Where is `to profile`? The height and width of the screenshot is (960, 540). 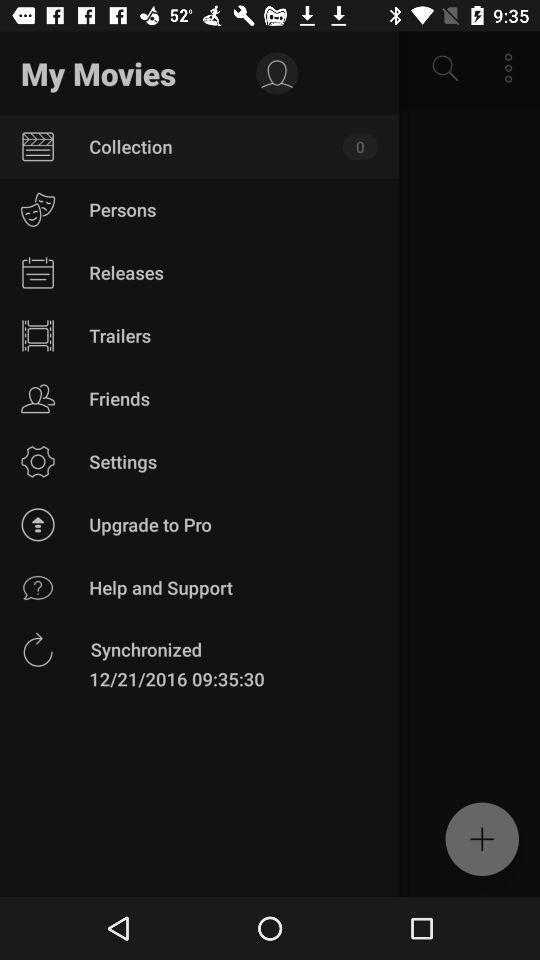 to profile is located at coordinates (276, 74).